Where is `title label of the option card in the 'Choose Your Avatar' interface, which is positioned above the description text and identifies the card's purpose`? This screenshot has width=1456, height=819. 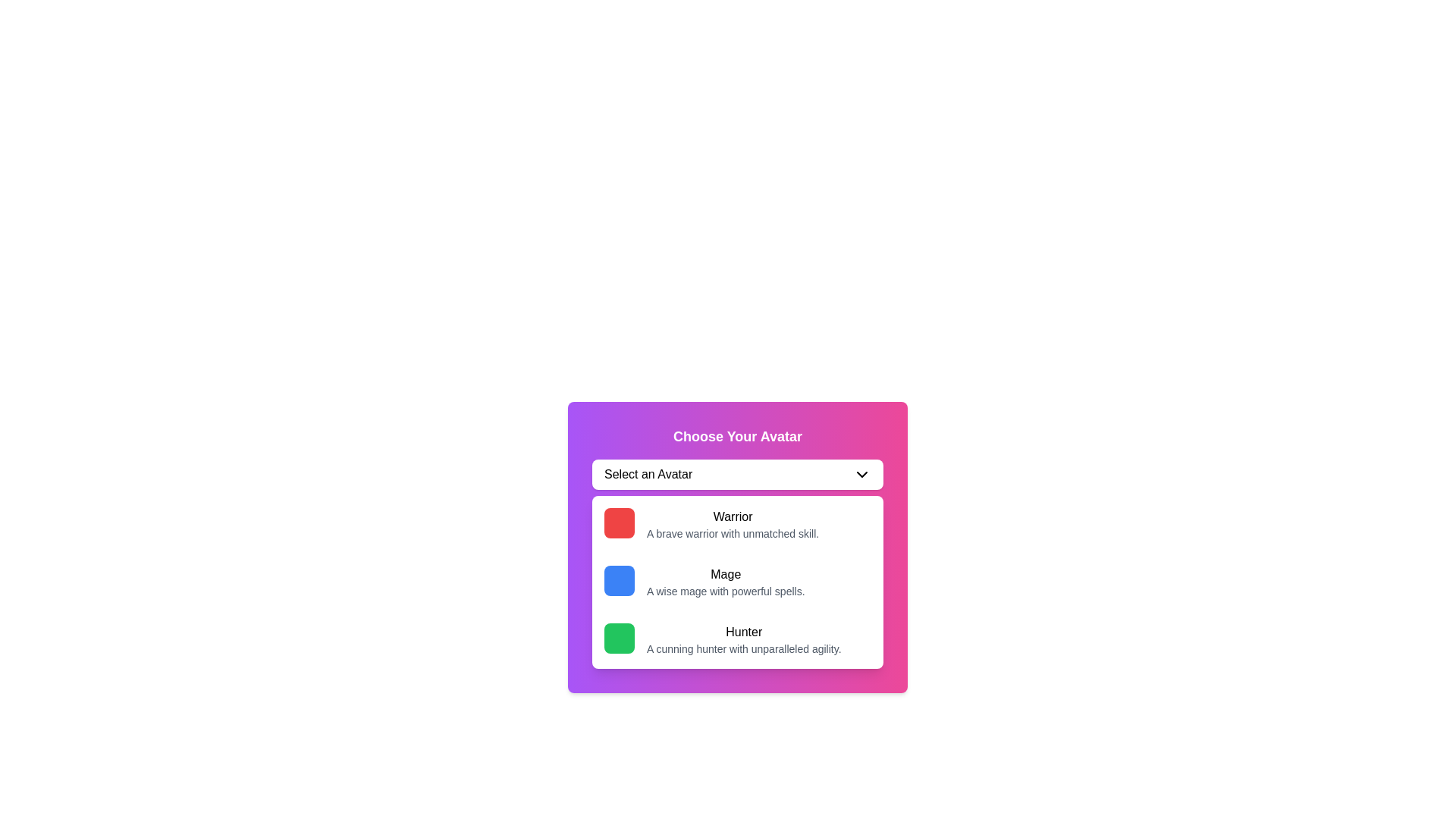
title label of the option card in the 'Choose Your Avatar' interface, which is positioned above the description text and identifies the card's purpose is located at coordinates (733, 516).